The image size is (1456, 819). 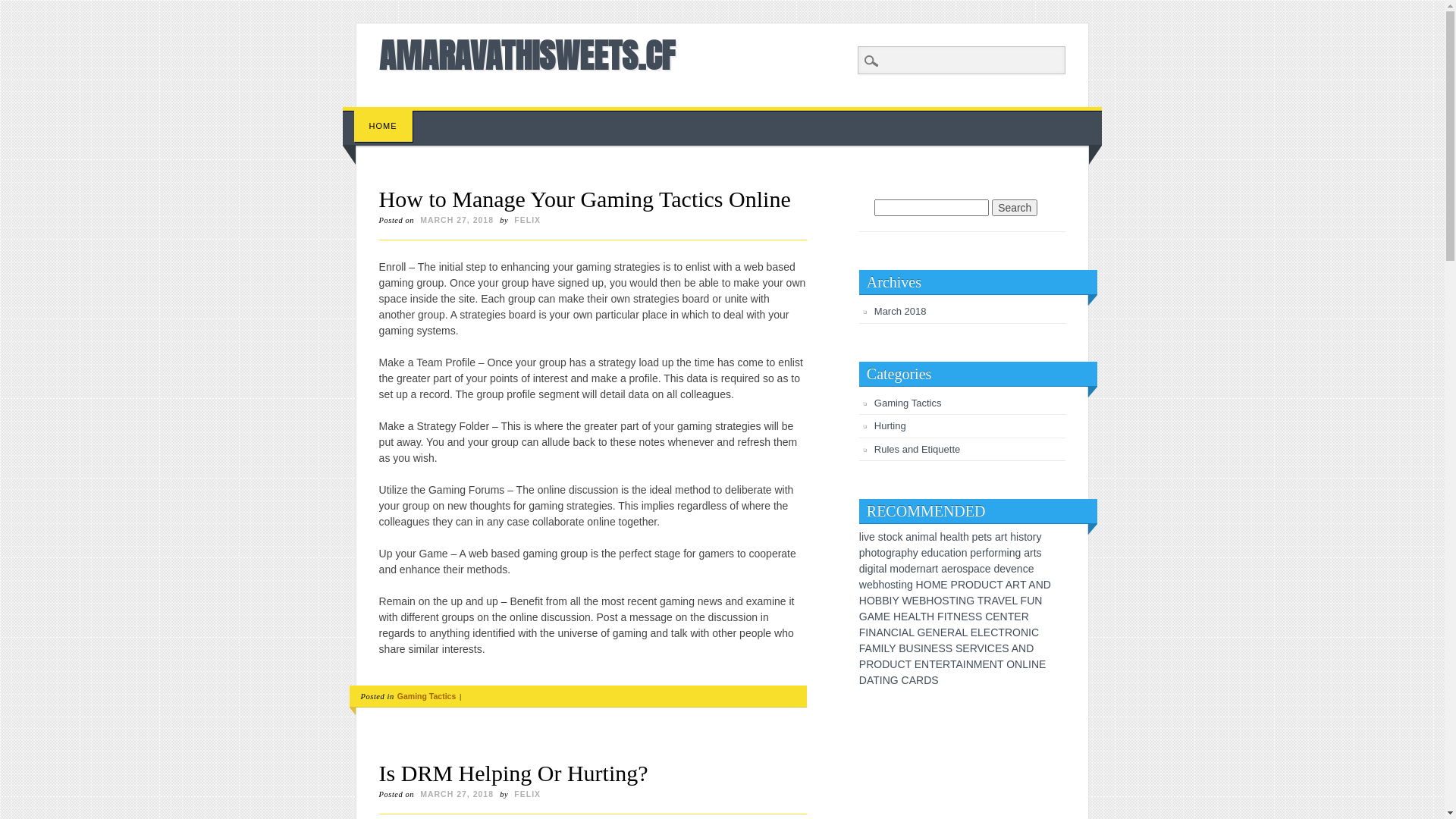 What do you see at coordinates (889, 536) in the screenshot?
I see `'o'` at bounding box center [889, 536].